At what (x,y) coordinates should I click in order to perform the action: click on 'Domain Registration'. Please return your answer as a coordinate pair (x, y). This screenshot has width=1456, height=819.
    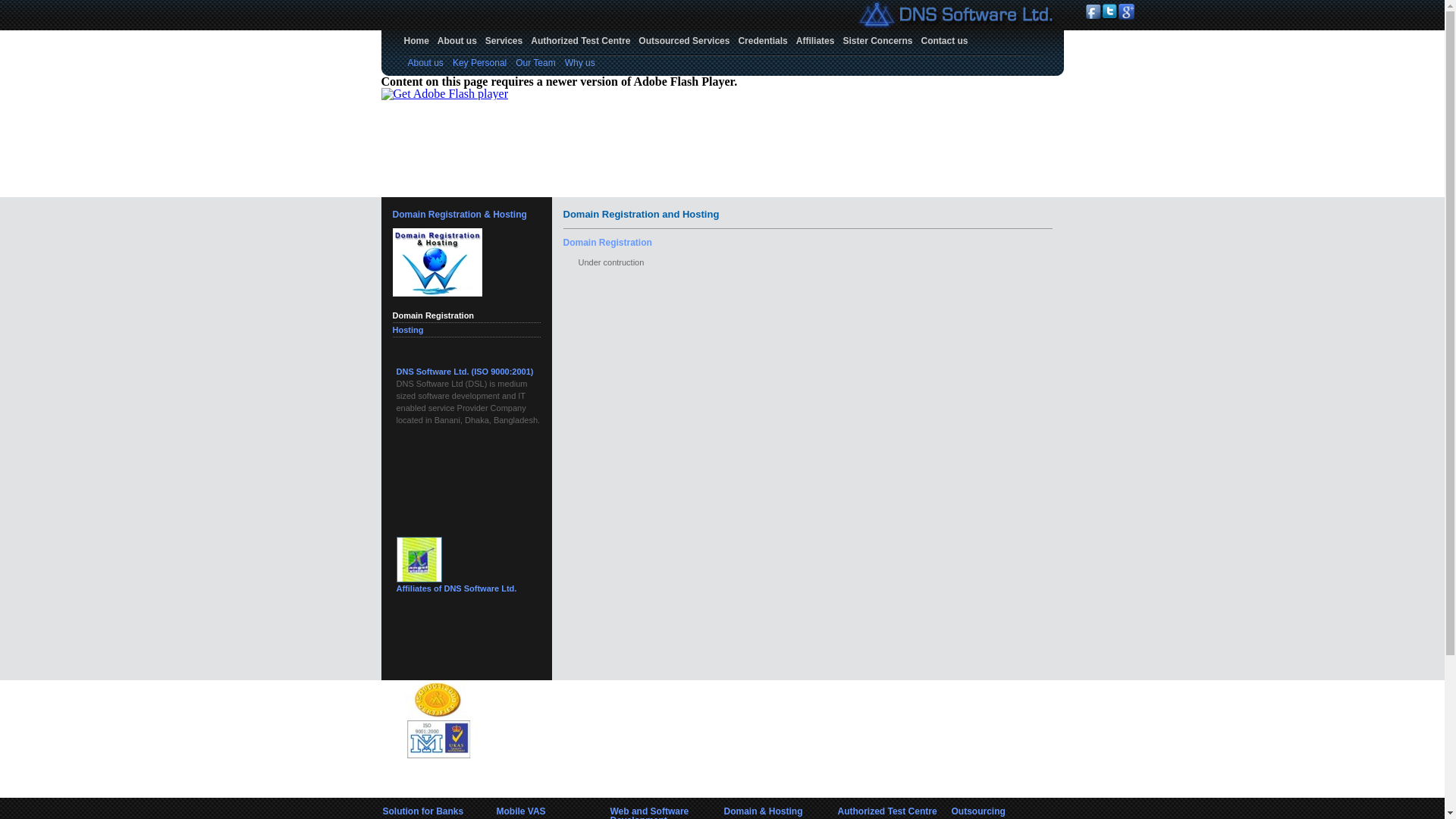
    Looking at the image, I should click on (432, 315).